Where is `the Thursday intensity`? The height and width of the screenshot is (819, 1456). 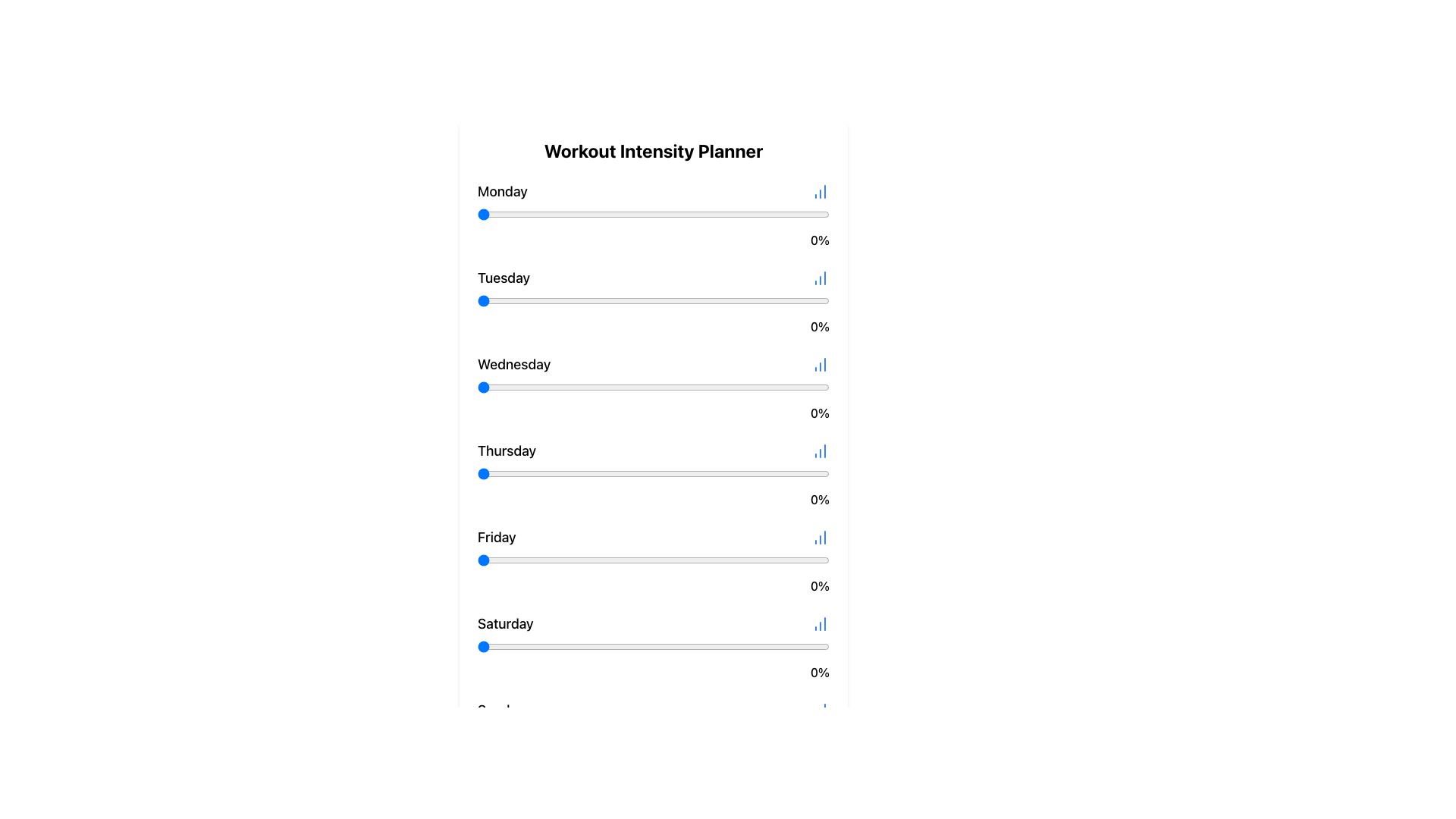 the Thursday intensity is located at coordinates (726, 472).